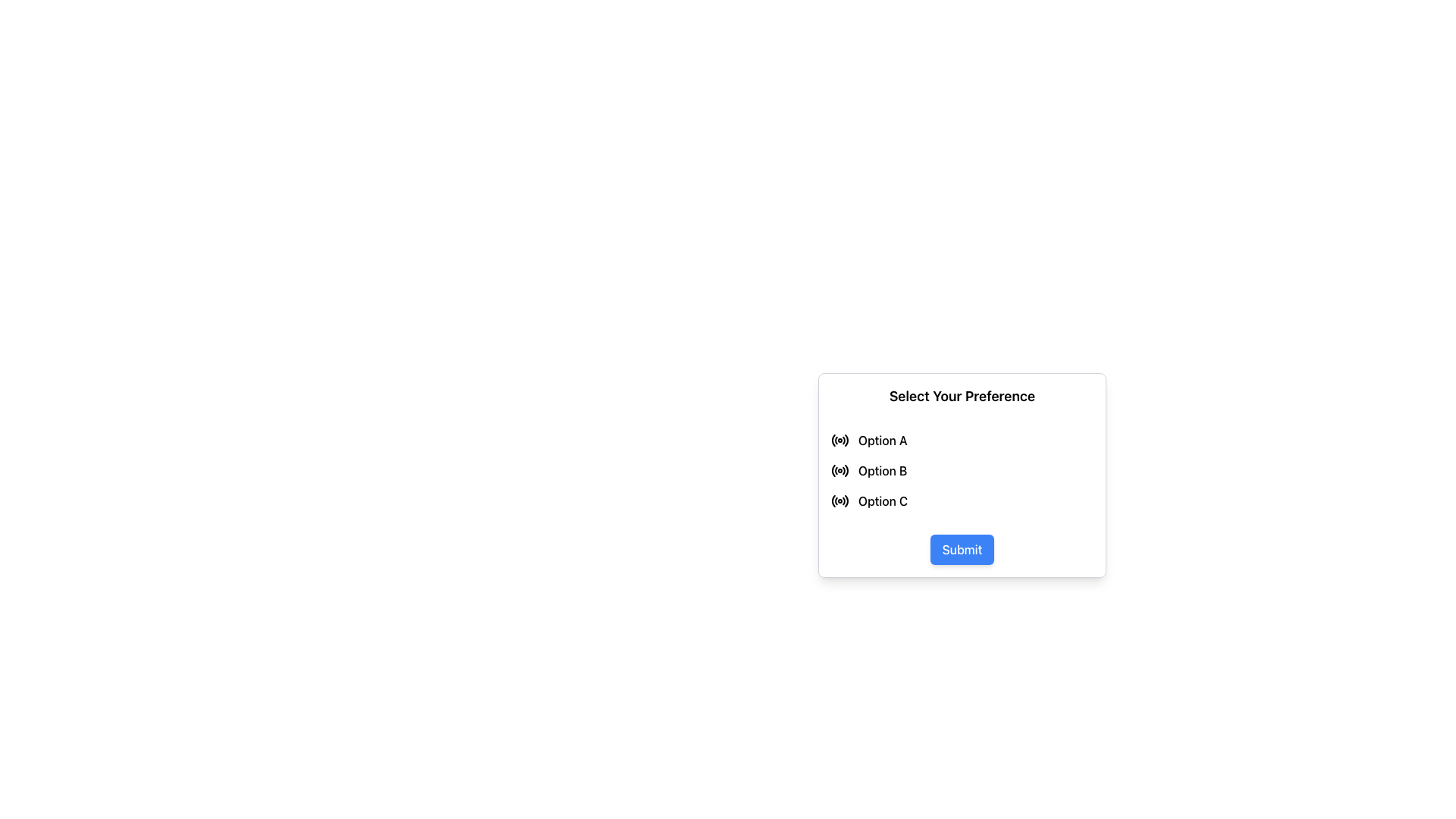  What do you see at coordinates (846, 470) in the screenshot?
I see `the outermost circle of the SVG radio button for 'Option B'` at bounding box center [846, 470].